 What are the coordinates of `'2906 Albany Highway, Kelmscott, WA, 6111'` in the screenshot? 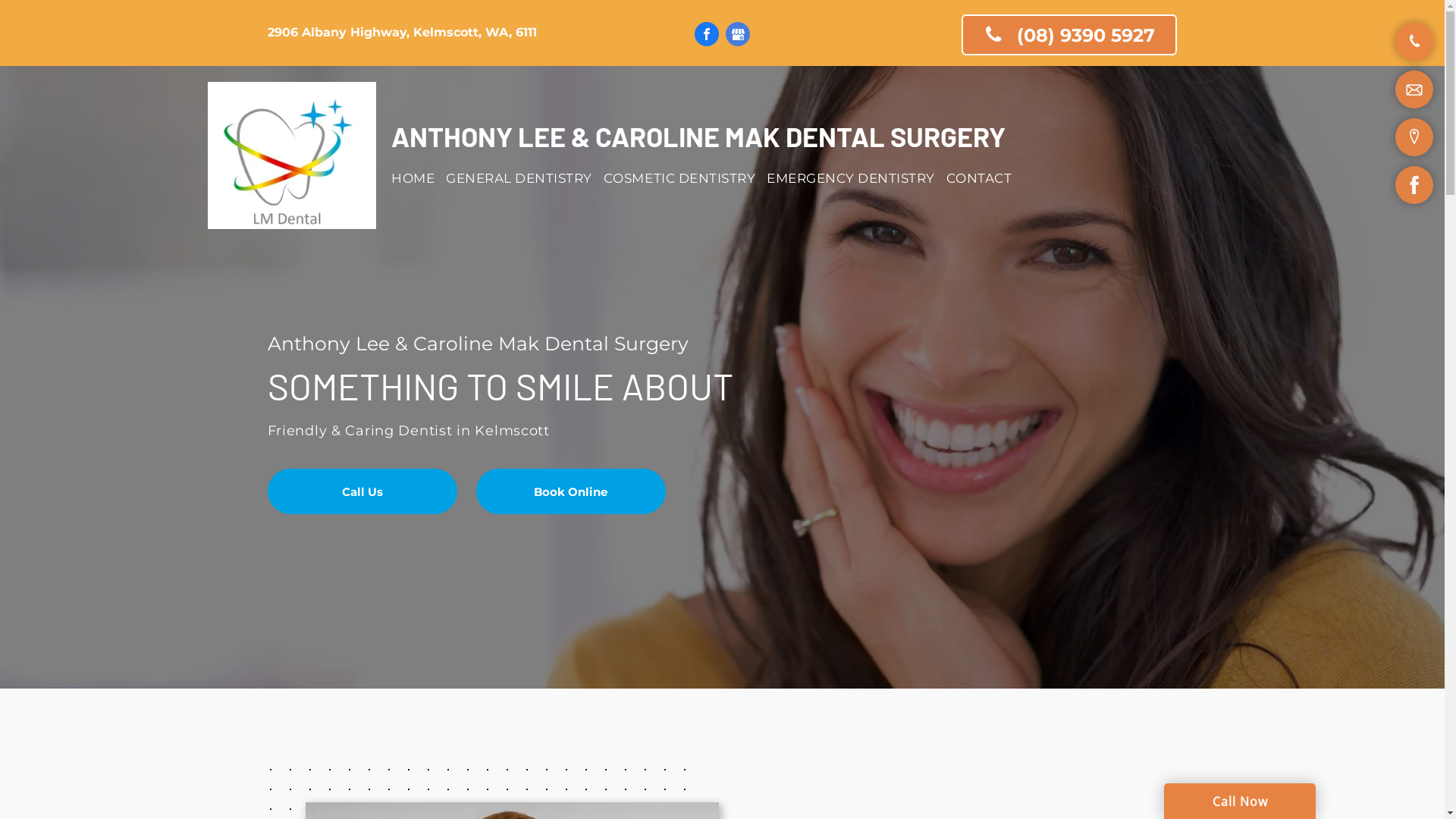 It's located at (401, 32).